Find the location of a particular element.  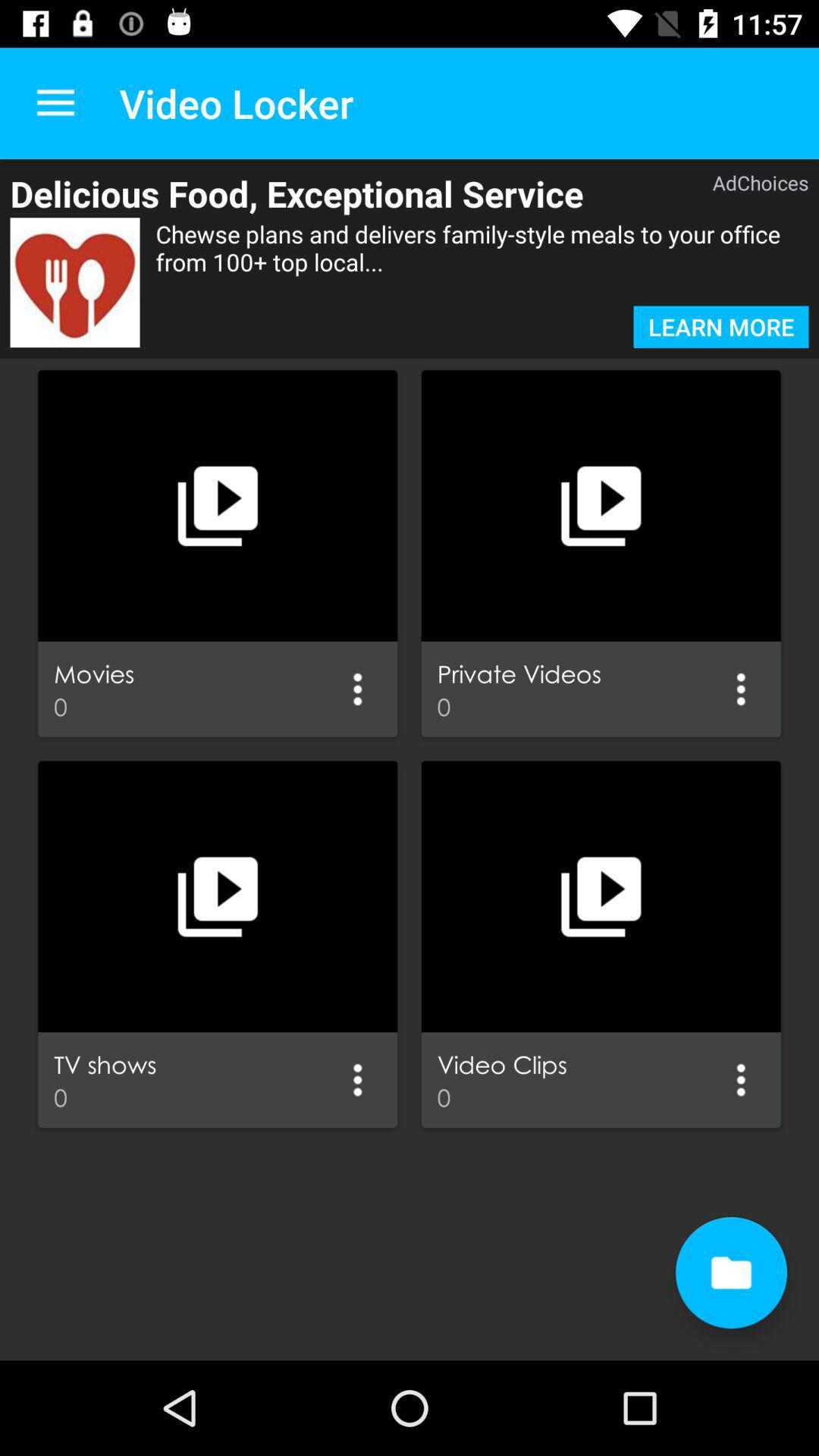

give me more options is located at coordinates (357, 688).